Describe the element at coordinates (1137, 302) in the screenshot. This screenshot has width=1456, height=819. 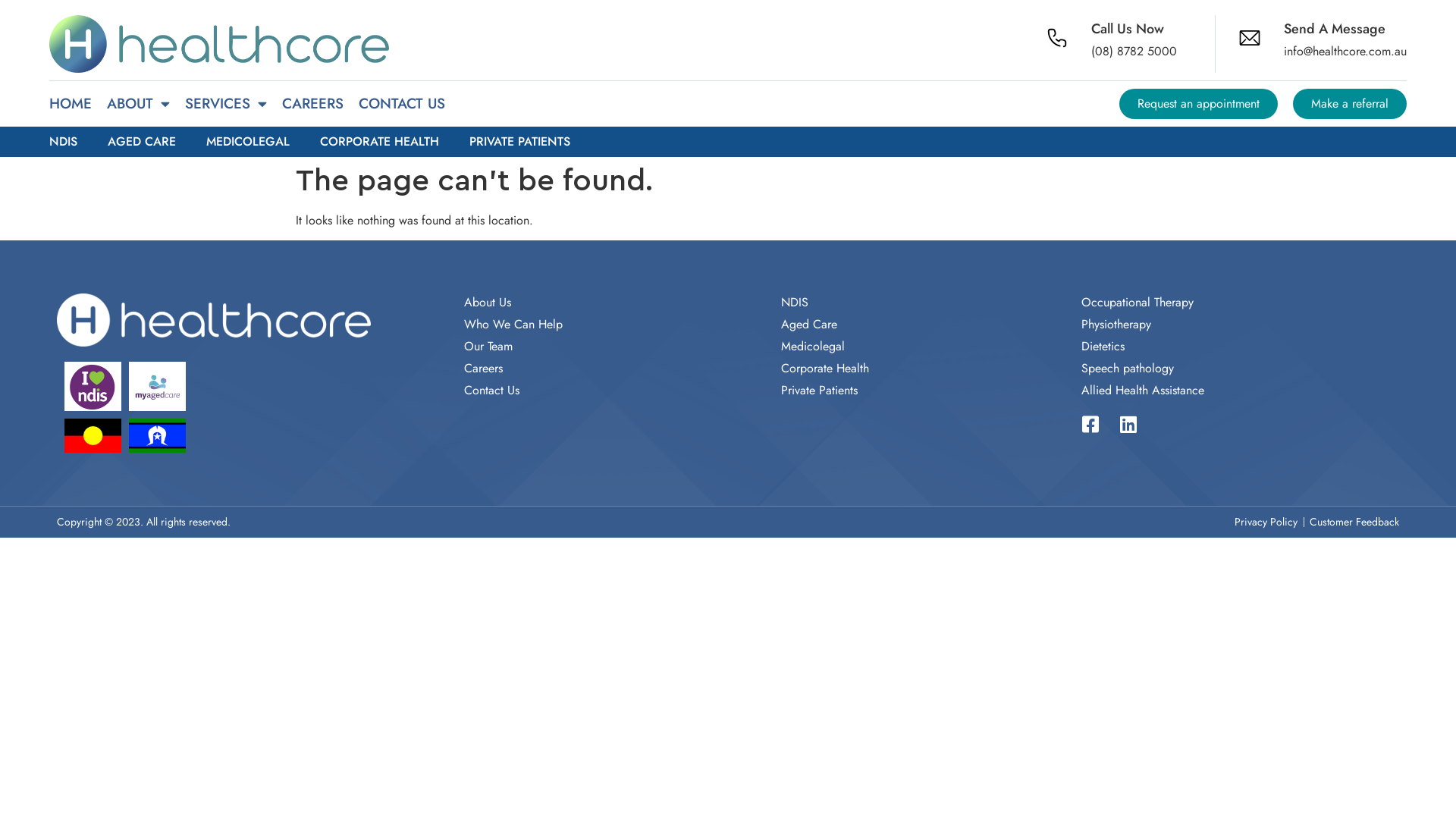
I see `'Occupational Therapy'` at that location.